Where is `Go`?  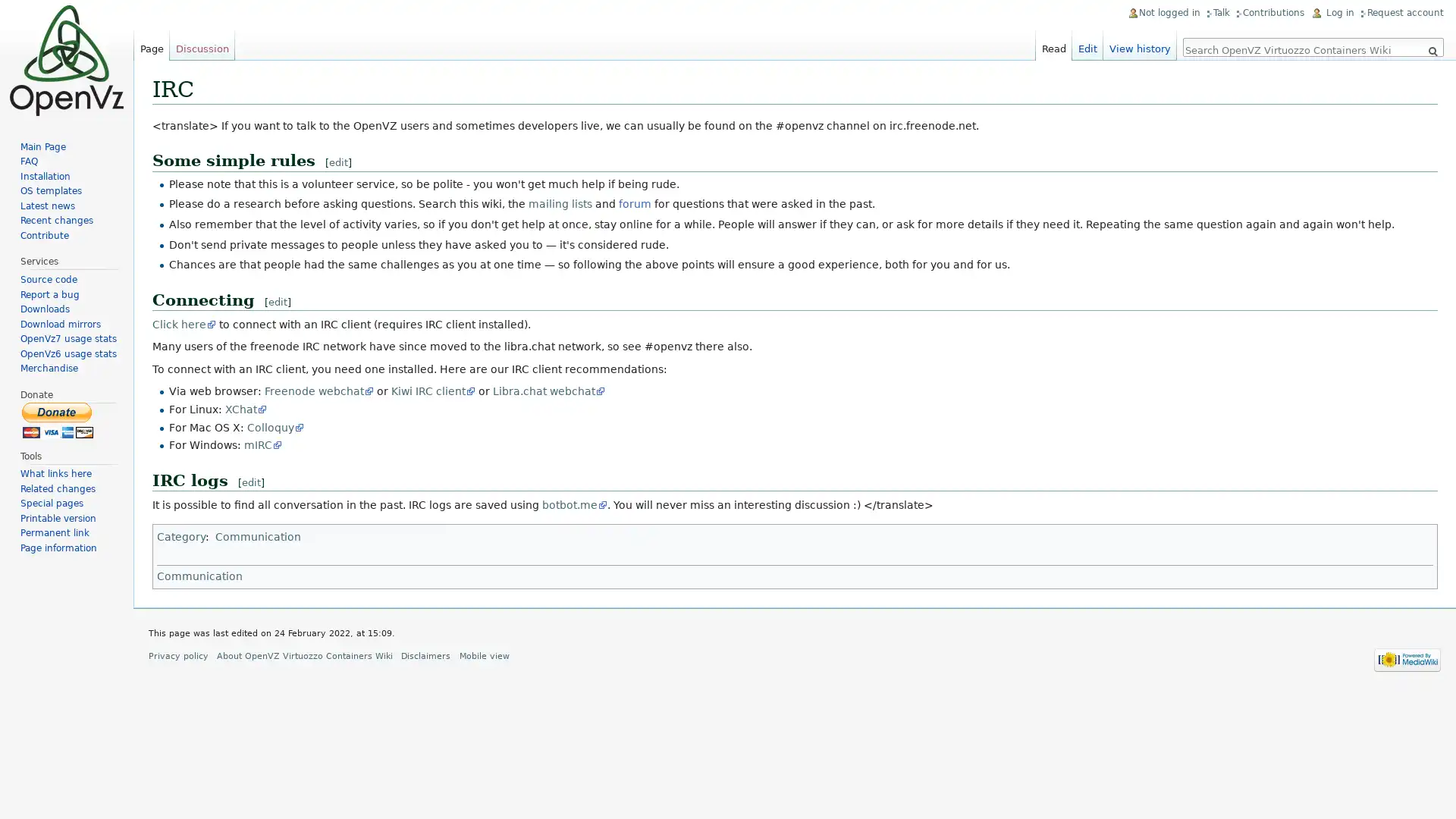
Go is located at coordinates (1432, 51).